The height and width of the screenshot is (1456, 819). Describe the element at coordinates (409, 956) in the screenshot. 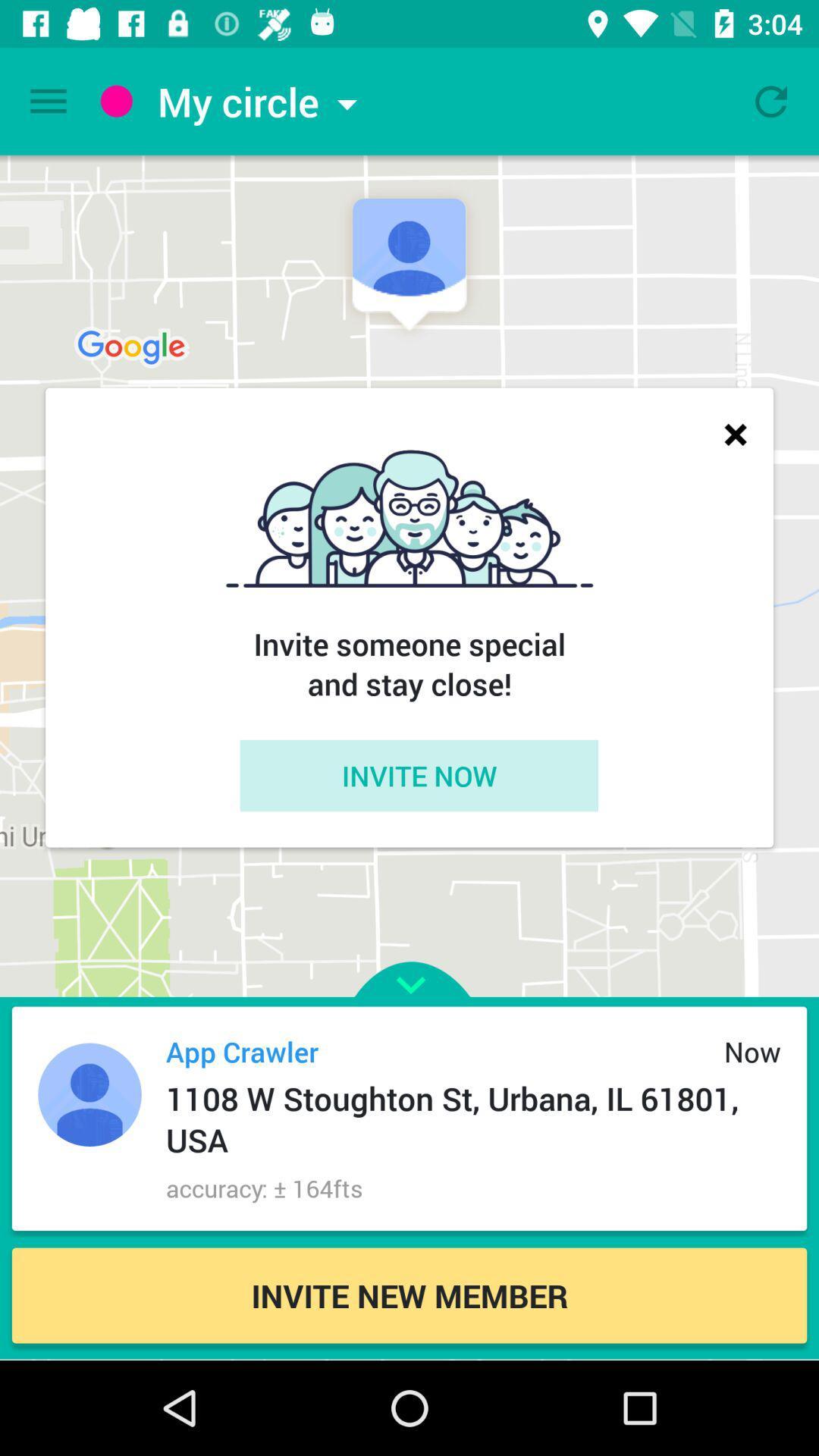

I see `the icon above the app crawler item` at that location.